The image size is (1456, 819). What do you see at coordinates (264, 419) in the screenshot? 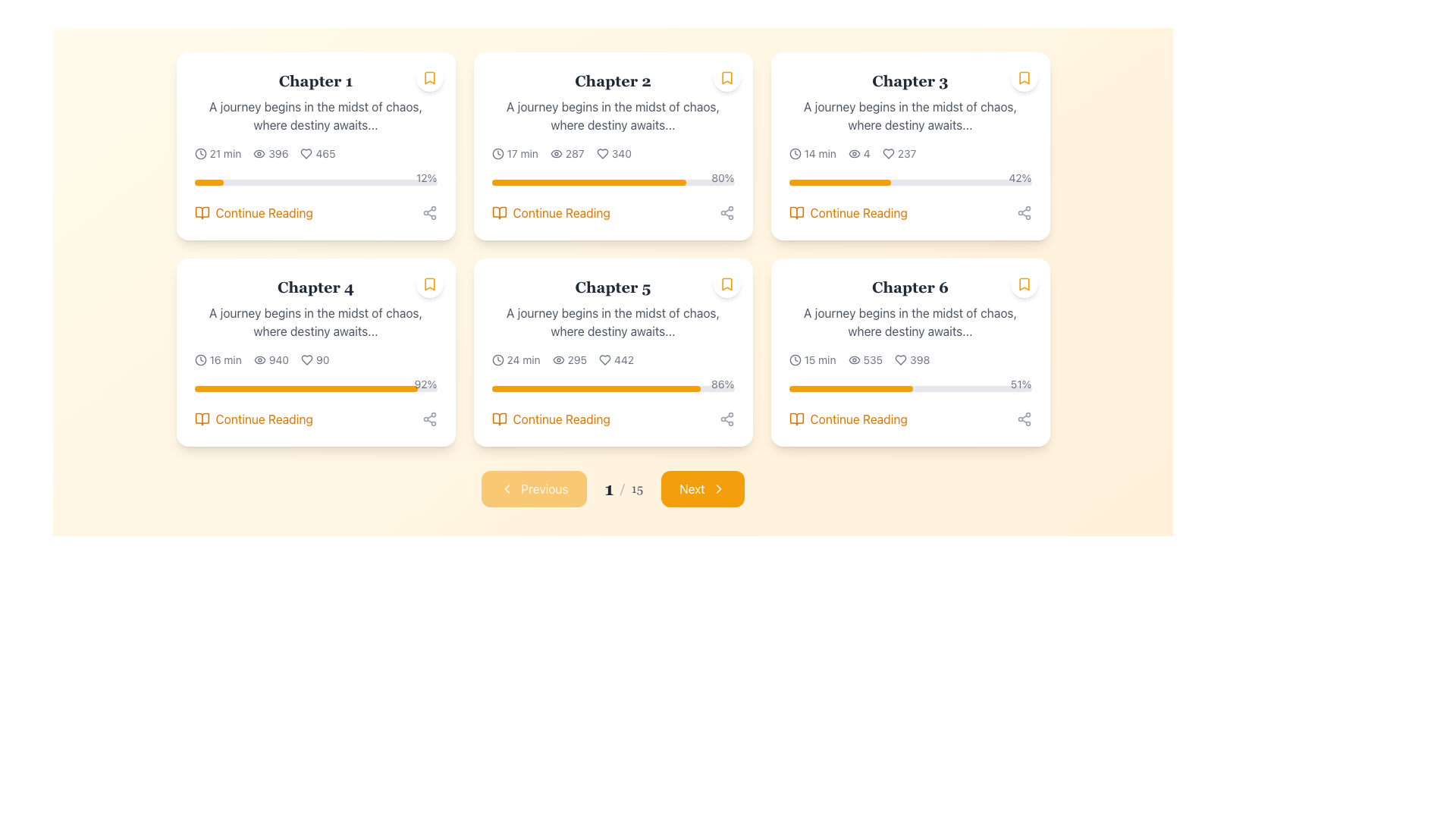
I see `the clickable text link located in the bottom section of the fourth card in the second row of a grid layout to trigger a tooltip or underline effect` at bounding box center [264, 419].